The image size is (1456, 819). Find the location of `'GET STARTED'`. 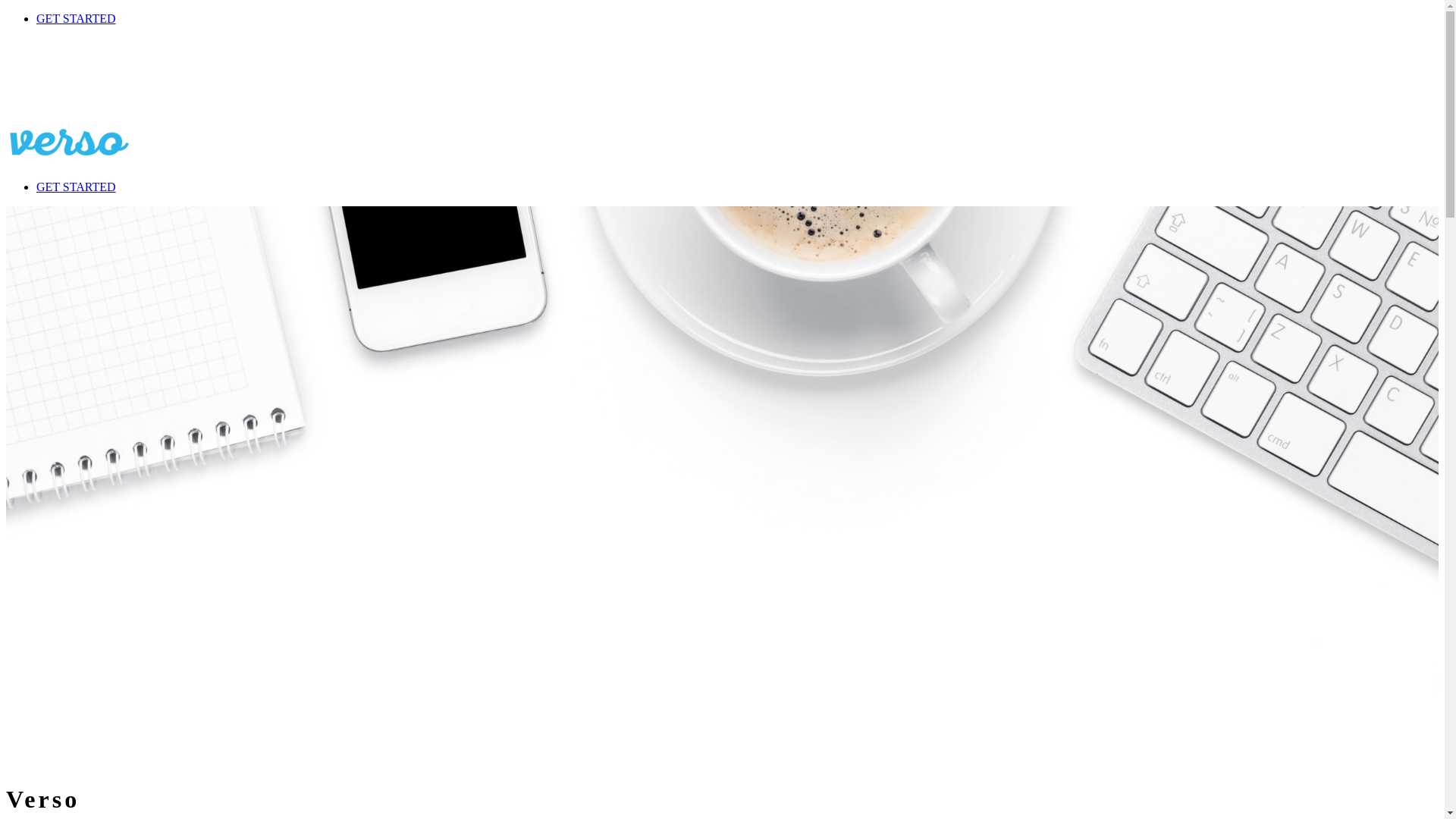

'GET STARTED' is located at coordinates (75, 186).